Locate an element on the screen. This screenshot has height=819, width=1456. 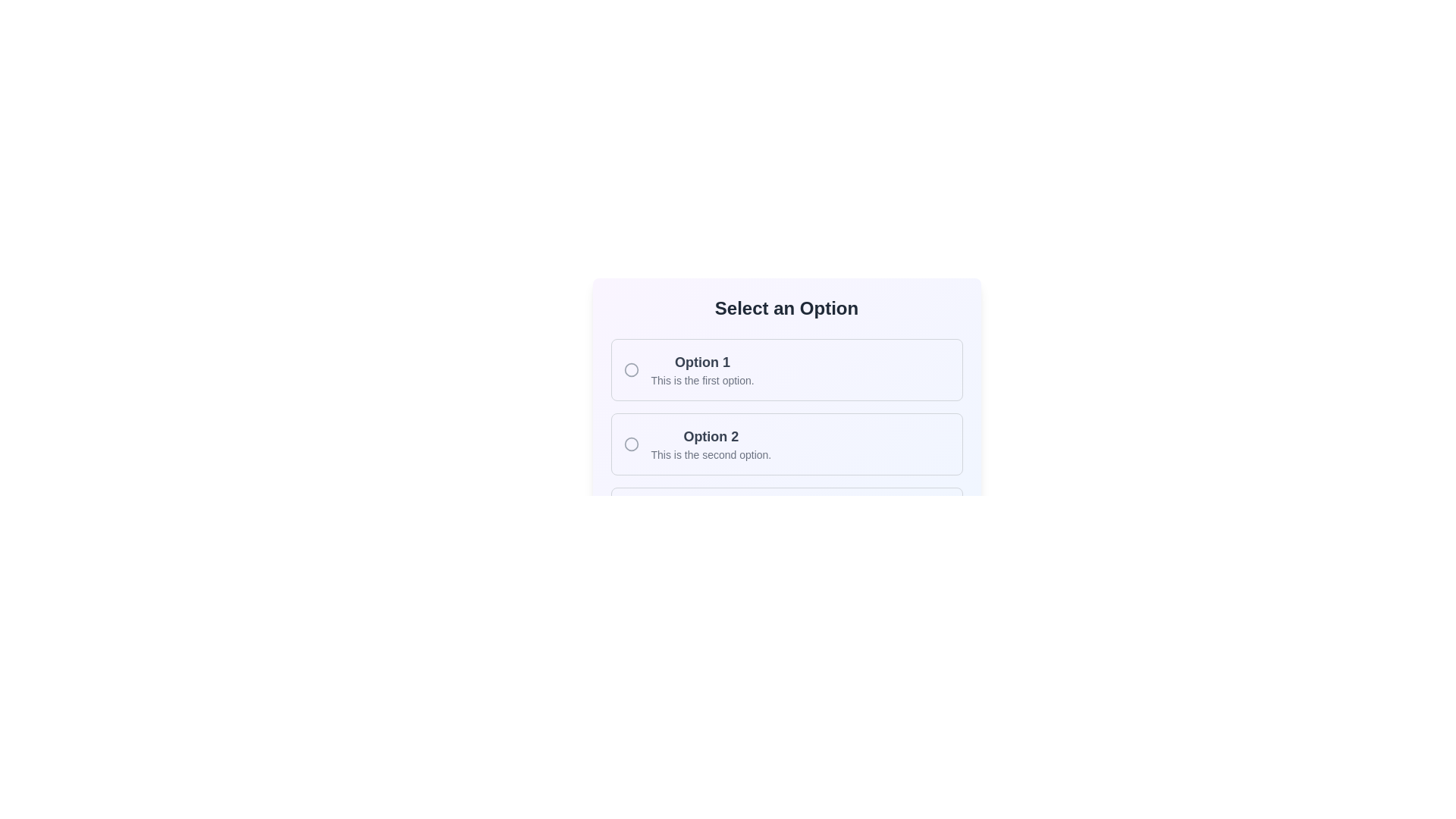
the static text element that states 'This is the second option.' which is located directly beneath the title 'Option 2' is located at coordinates (710, 454).